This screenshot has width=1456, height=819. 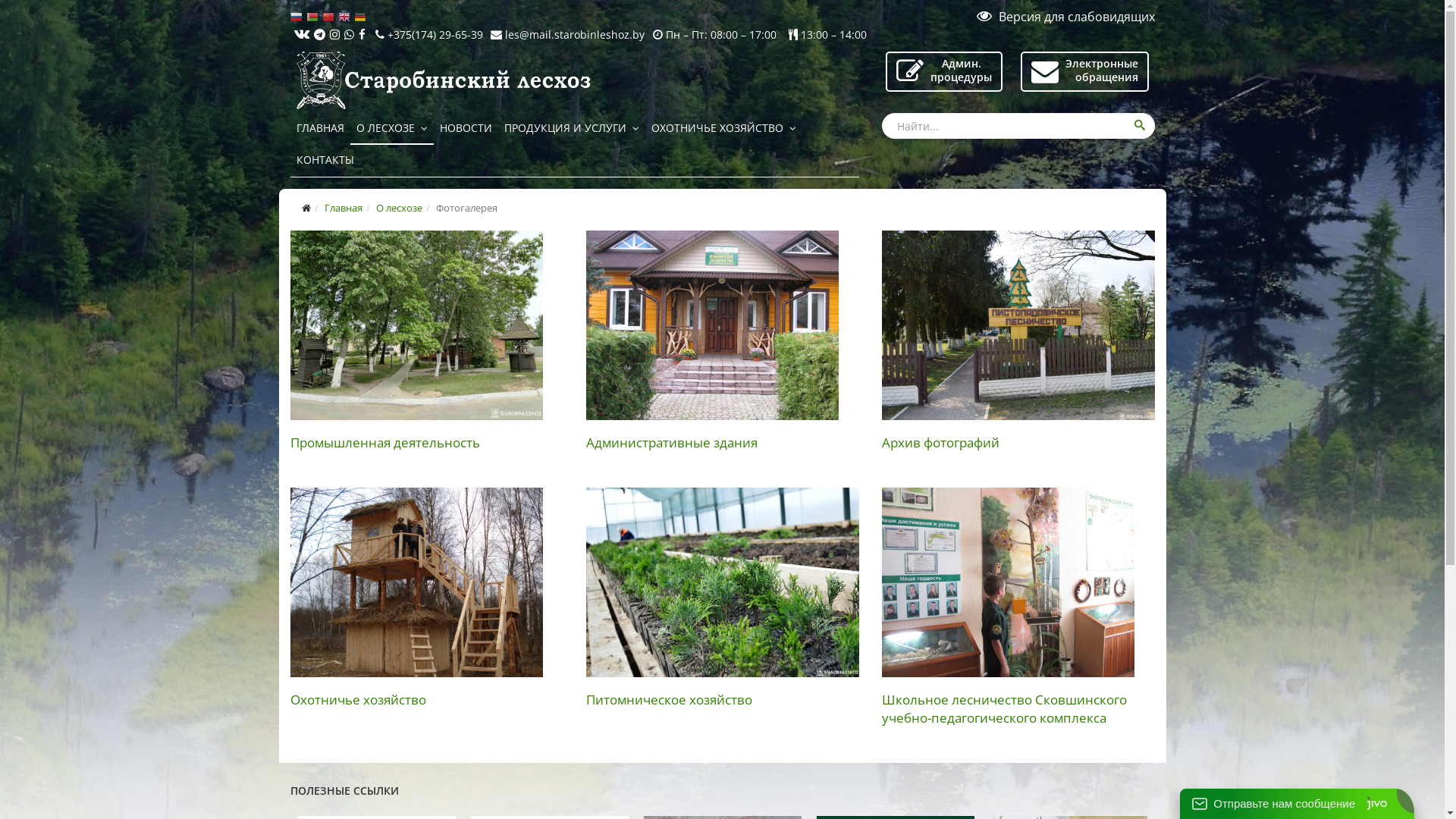 I want to click on 'Chinese (Simplified)', so click(x=328, y=16).